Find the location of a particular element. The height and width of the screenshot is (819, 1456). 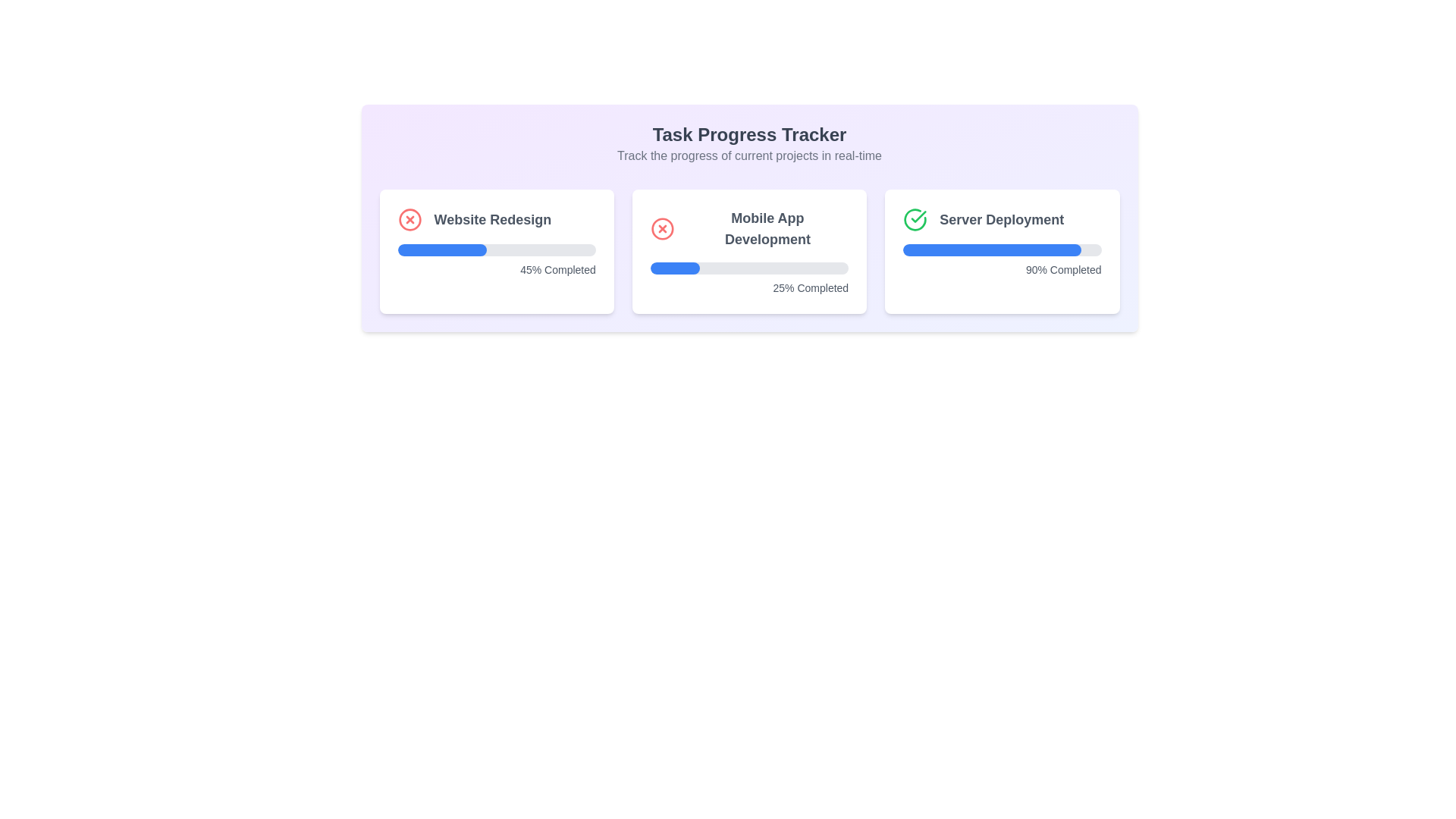

the progress bar located in the 'Mobile App Development' card, which has a gray background and a blue section indicating 25% progress is located at coordinates (749, 268).